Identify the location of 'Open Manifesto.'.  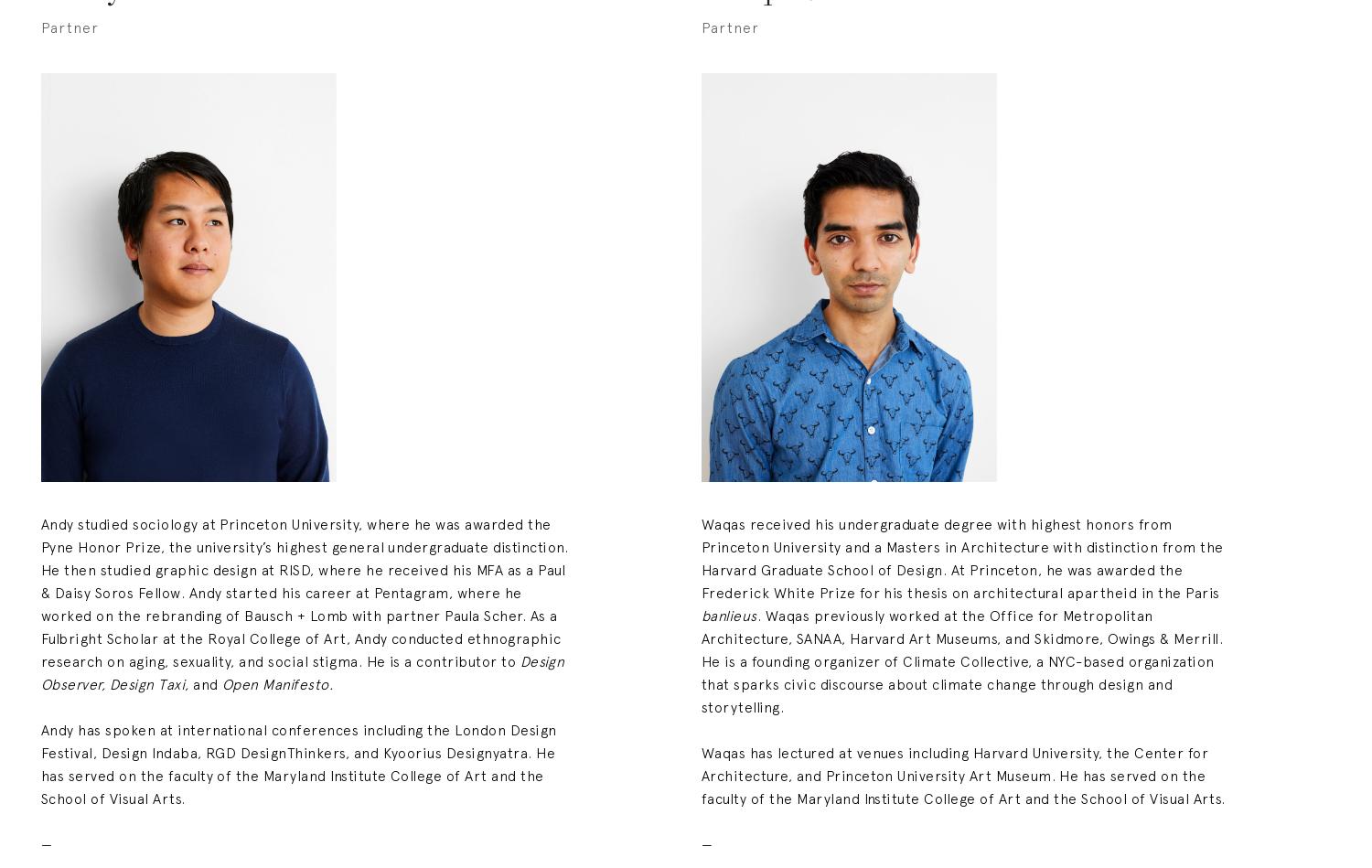
(277, 682).